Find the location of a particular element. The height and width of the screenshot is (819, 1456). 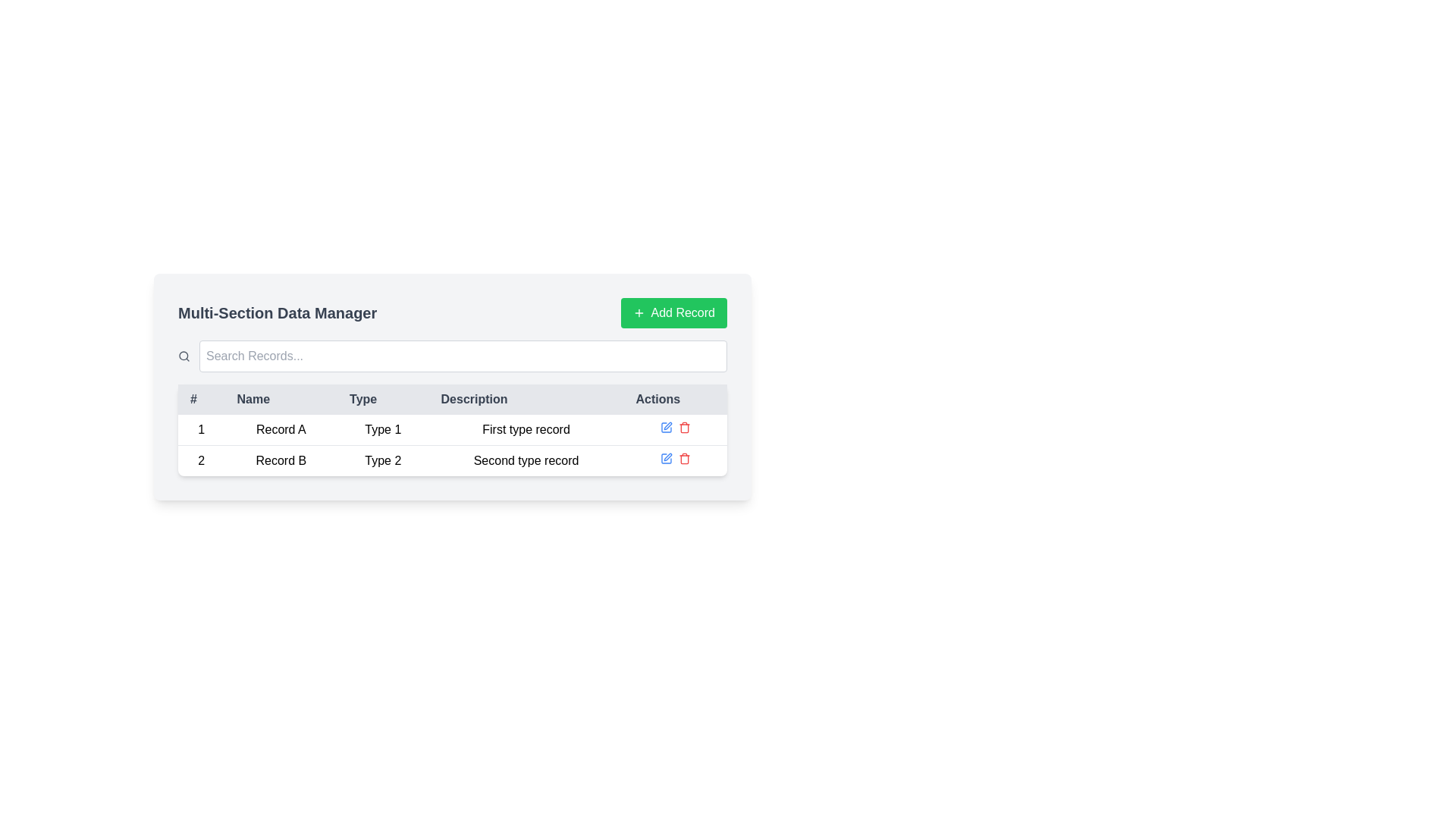

the red trash bin icon button, which is the second action icon in the 'Actions' column of the second data row is located at coordinates (683, 458).